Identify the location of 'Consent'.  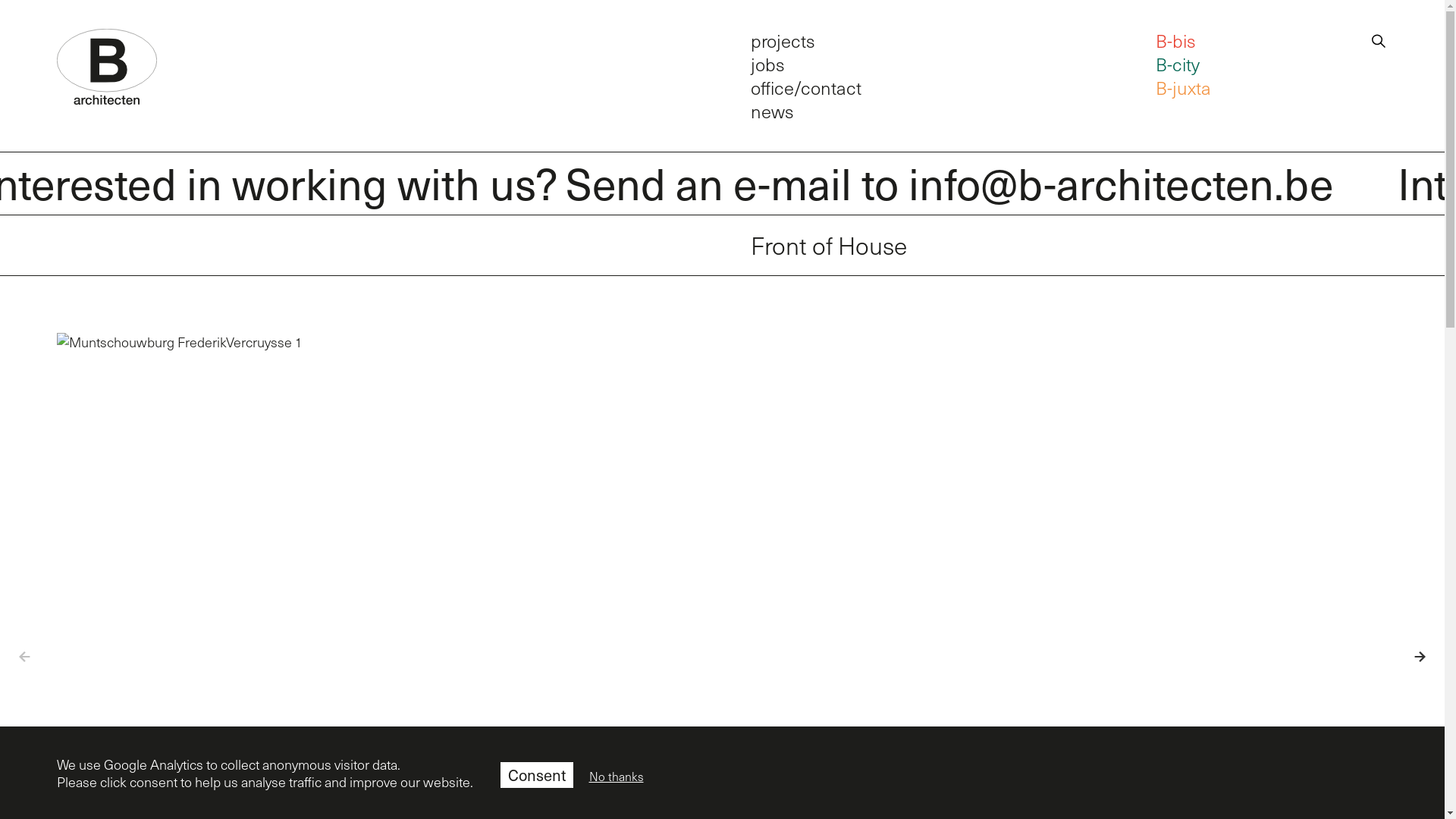
(537, 774).